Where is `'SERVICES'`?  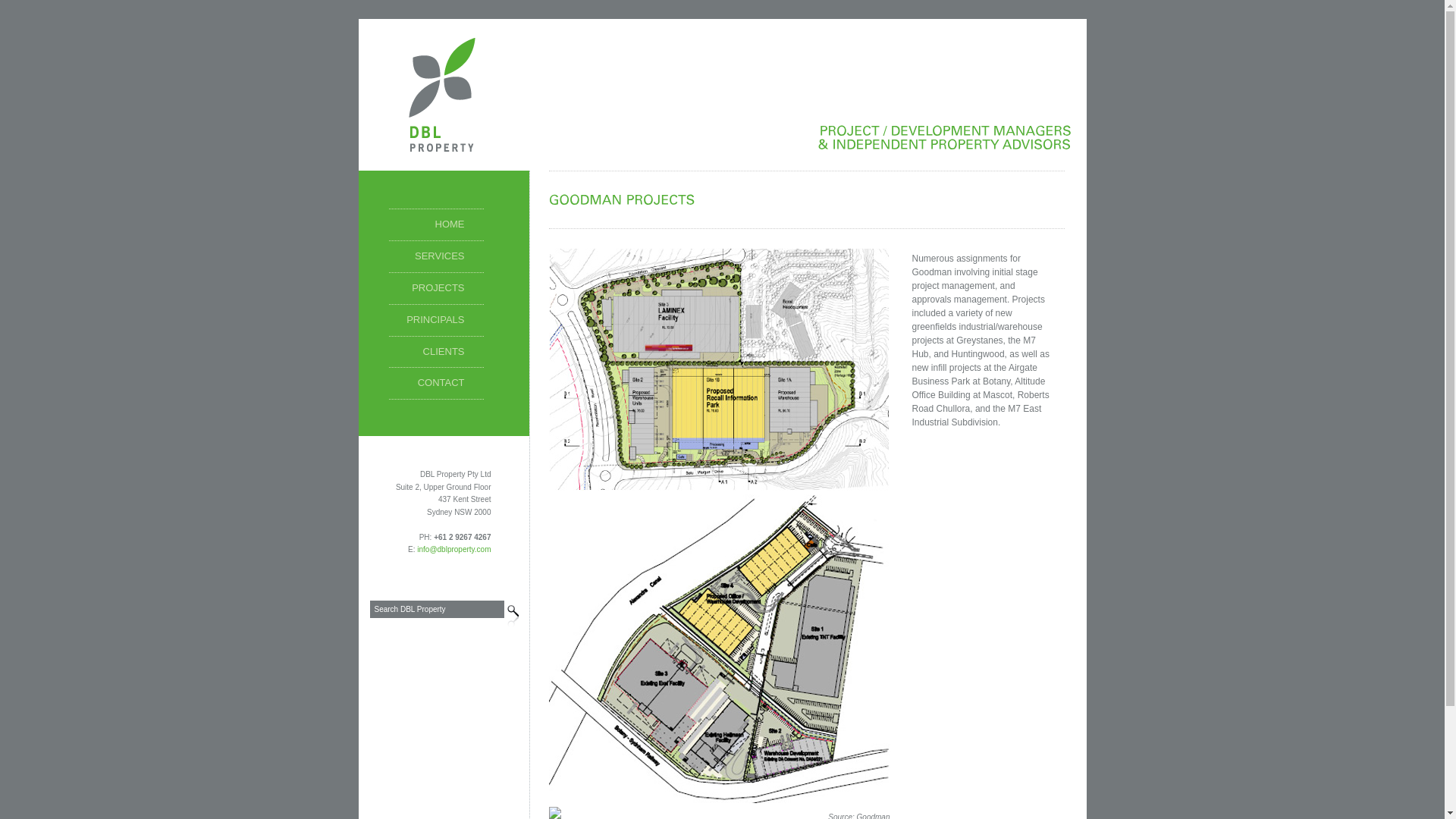 'SERVICES' is located at coordinates (435, 256).